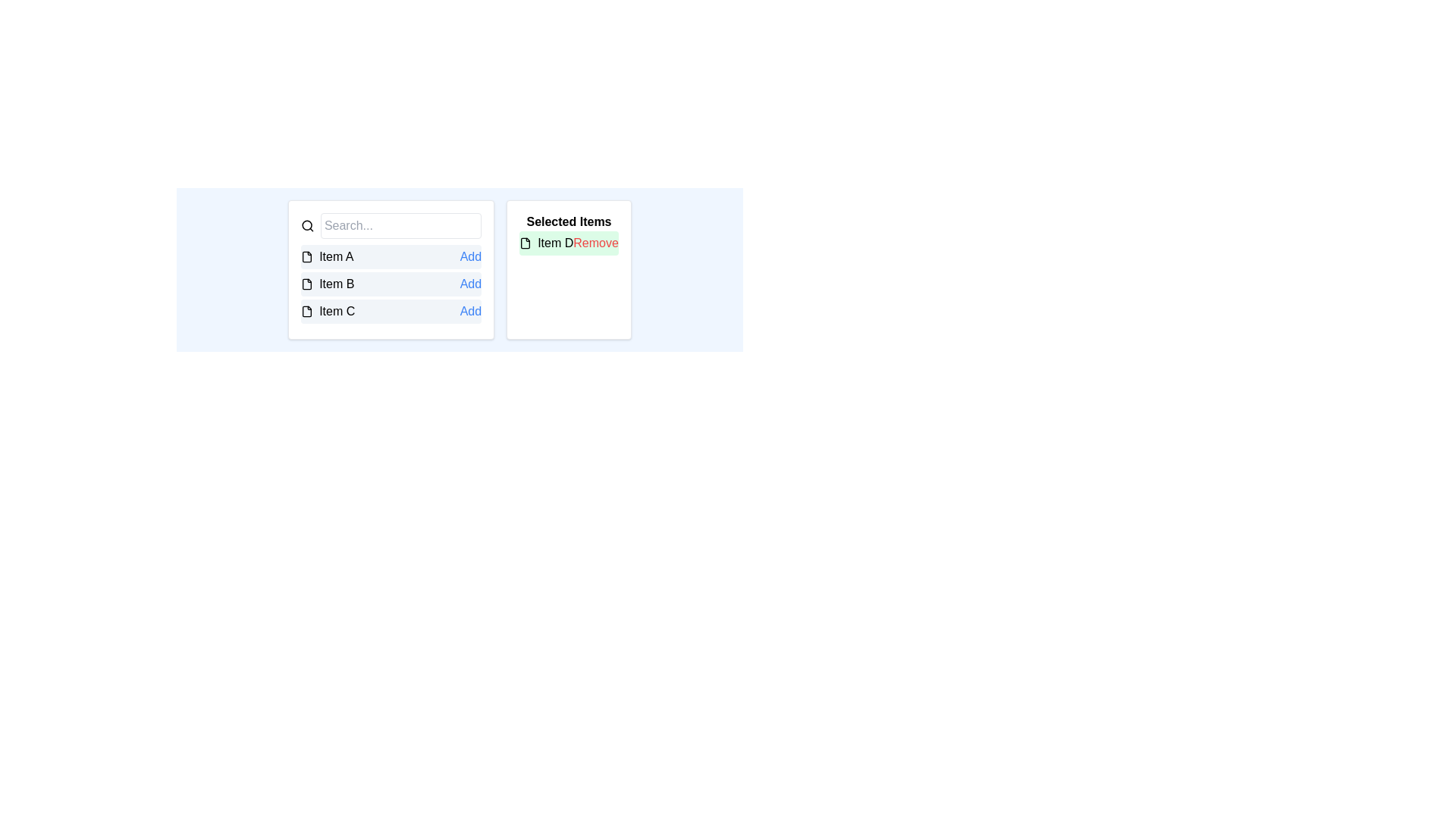 Image resolution: width=1456 pixels, height=819 pixels. Describe the element at coordinates (306, 256) in the screenshot. I see `the graphical icon representing a file located to the left of the text 'Item A' in the item selection panel` at that location.